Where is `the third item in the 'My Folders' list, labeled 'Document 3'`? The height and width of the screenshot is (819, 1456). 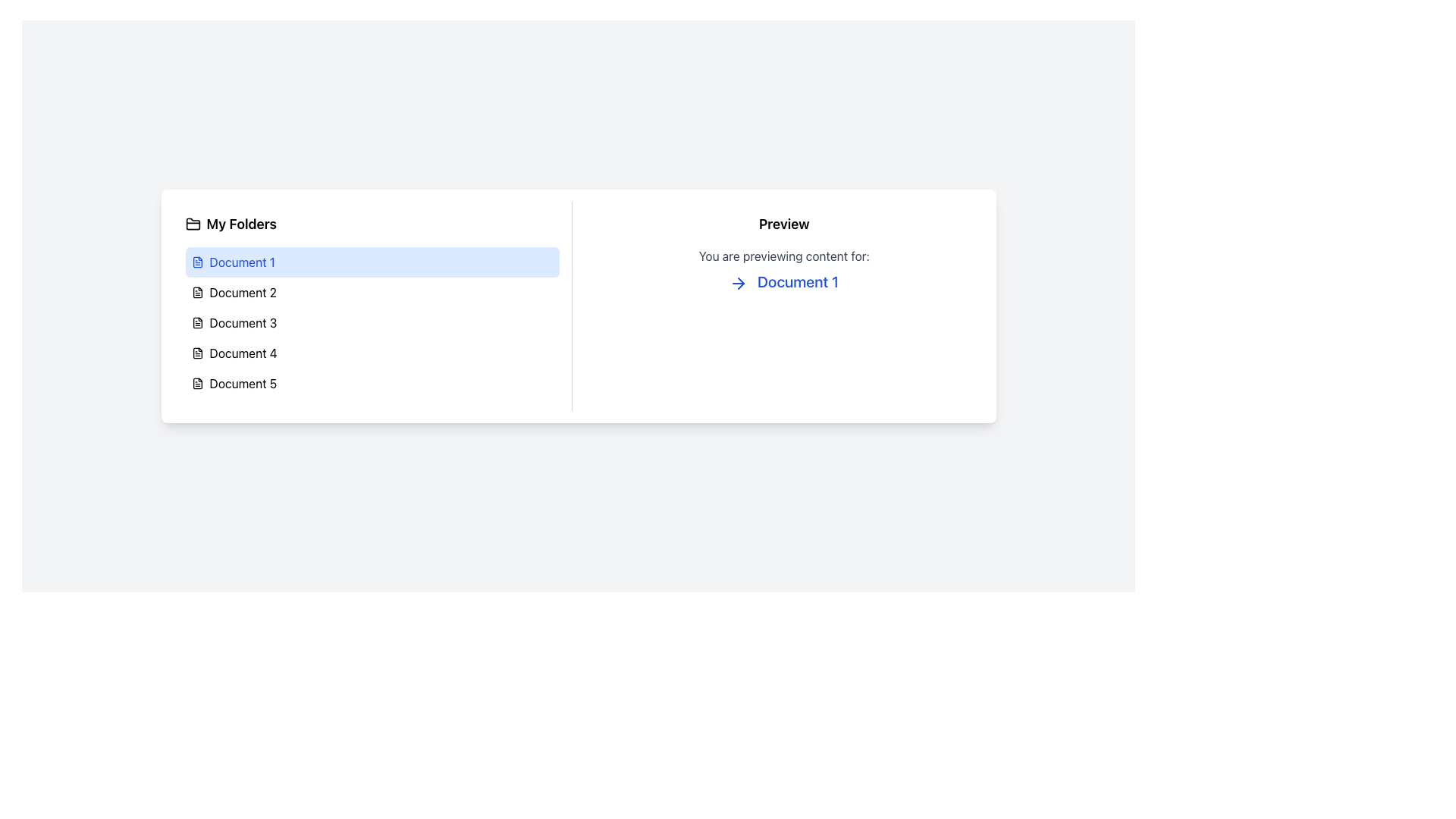
the third item in the 'My Folders' list, labeled 'Document 3' is located at coordinates (372, 322).